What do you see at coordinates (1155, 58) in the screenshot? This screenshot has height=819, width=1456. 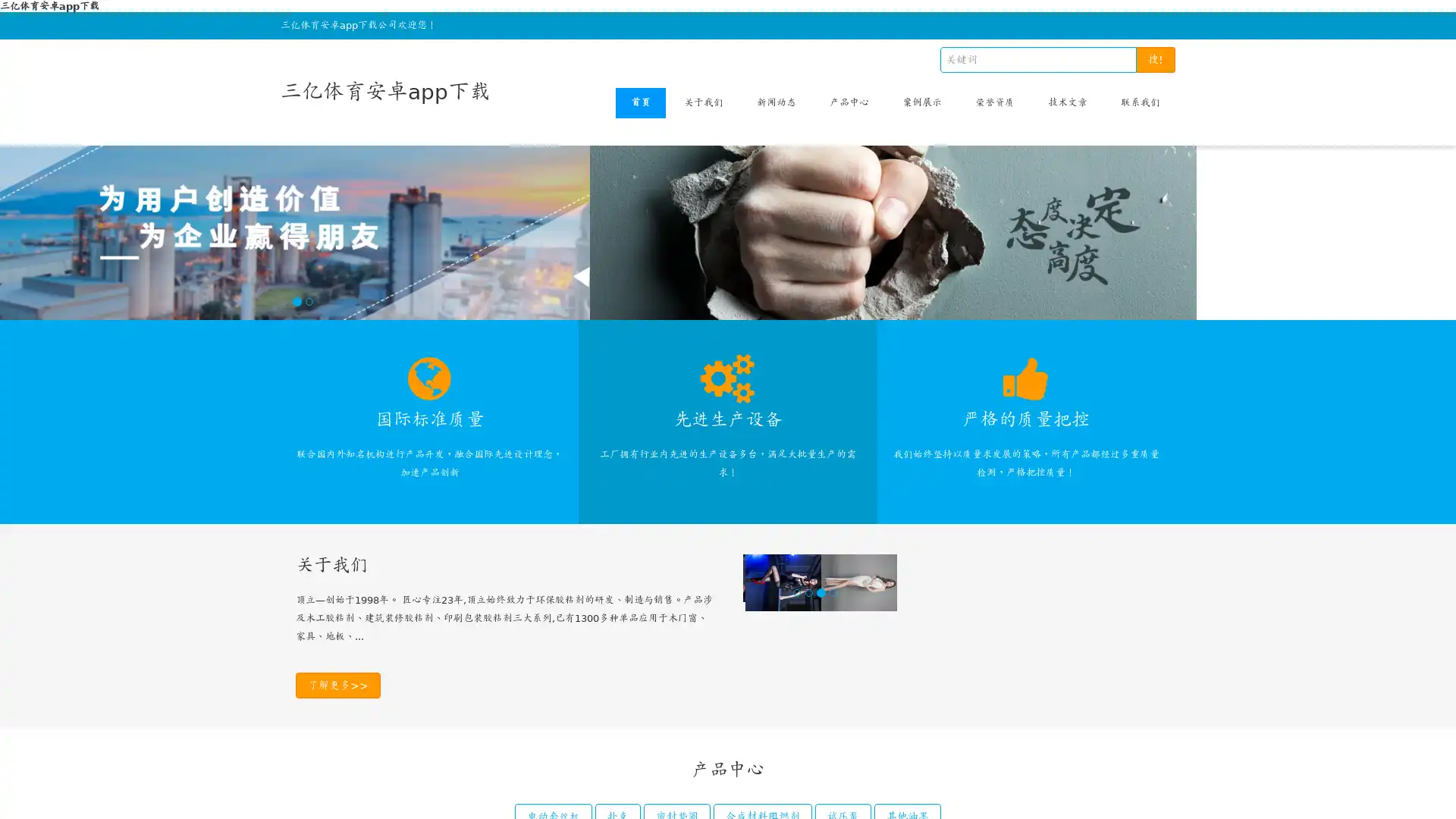 I see `!` at bounding box center [1155, 58].